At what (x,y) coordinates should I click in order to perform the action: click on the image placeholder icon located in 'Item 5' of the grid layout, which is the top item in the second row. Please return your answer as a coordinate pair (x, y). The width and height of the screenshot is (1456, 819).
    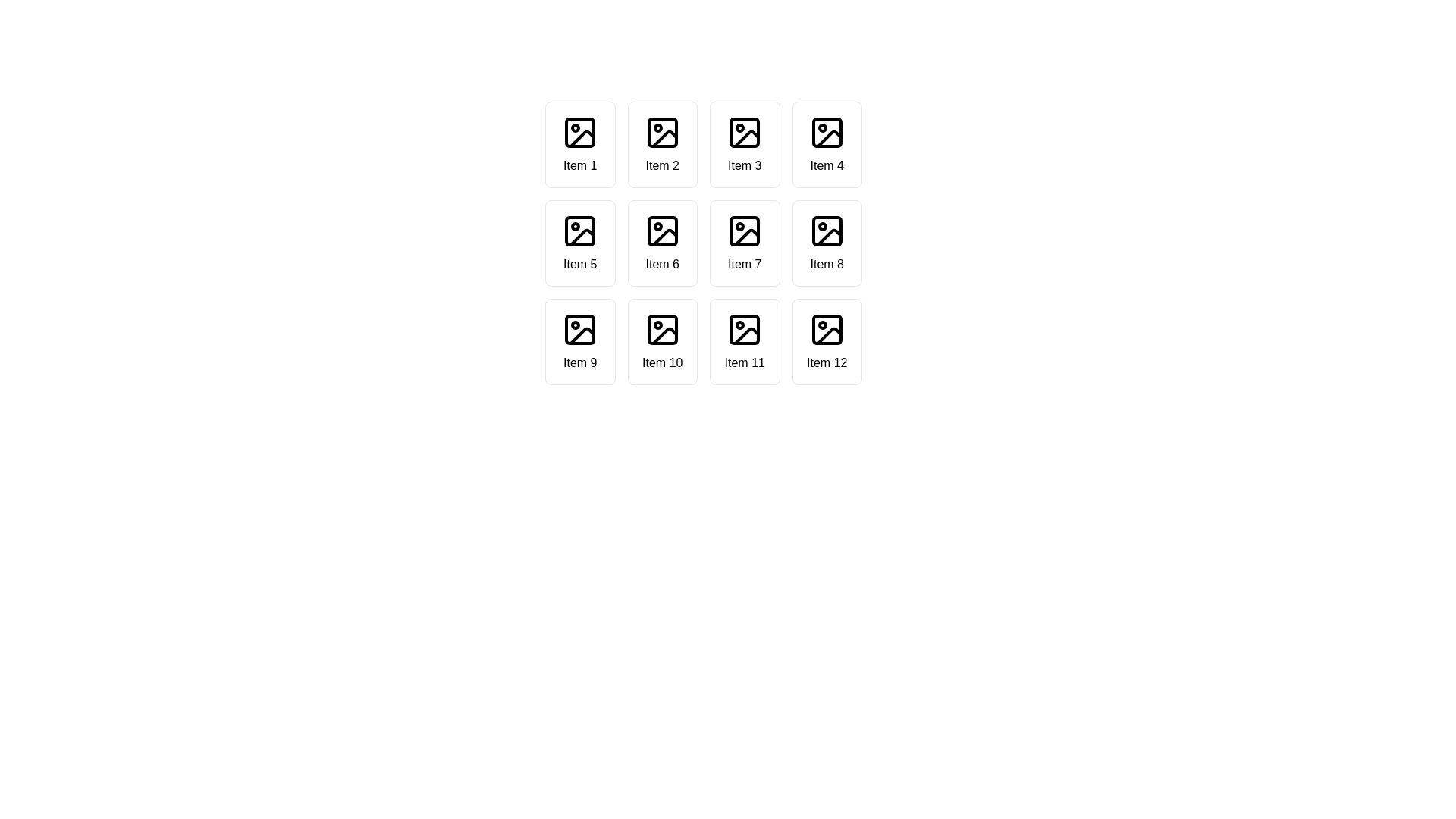
    Looking at the image, I should click on (579, 231).